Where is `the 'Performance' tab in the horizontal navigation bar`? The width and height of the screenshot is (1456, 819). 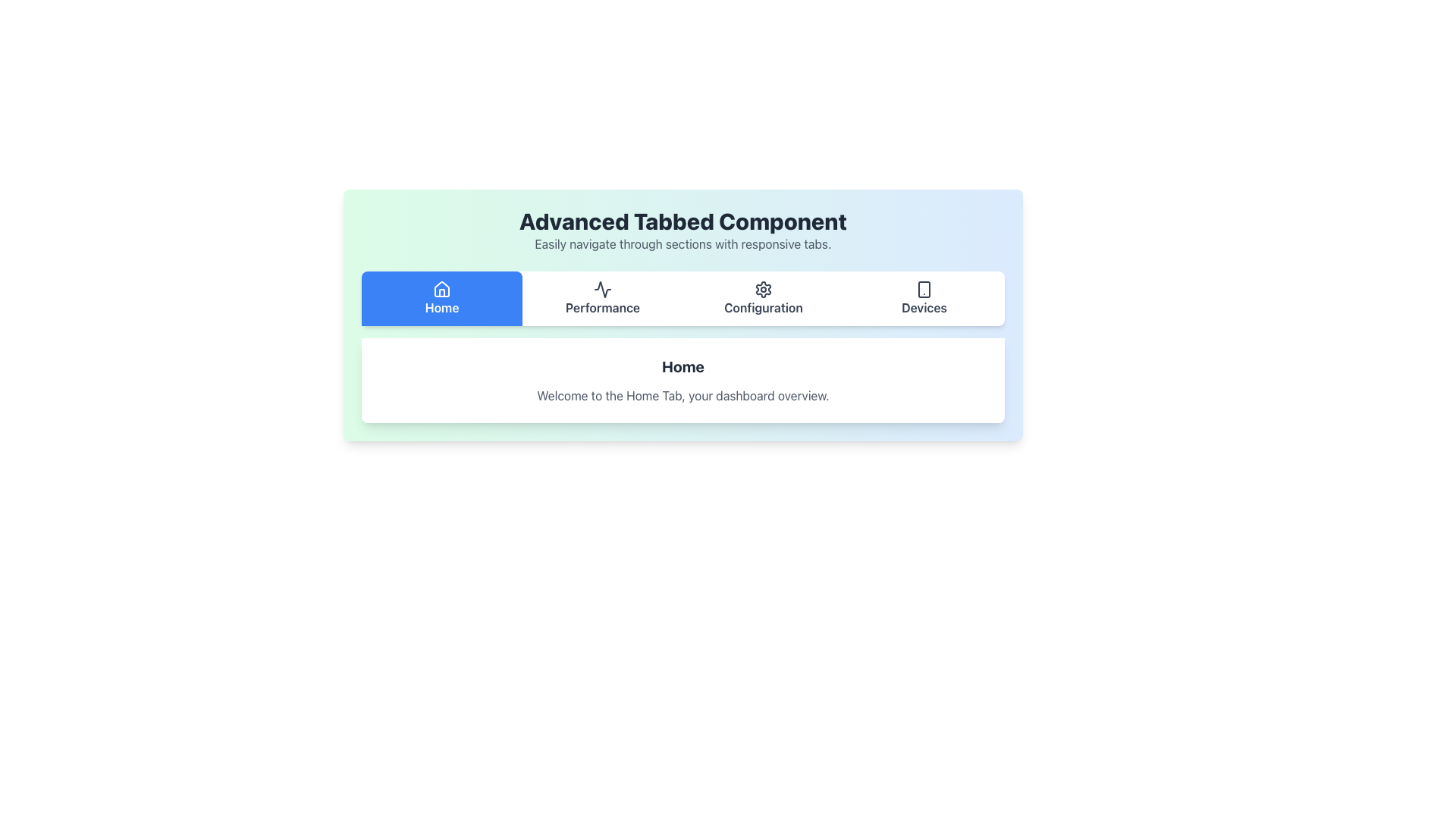
the 'Performance' tab in the horizontal navigation bar is located at coordinates (602, 298).